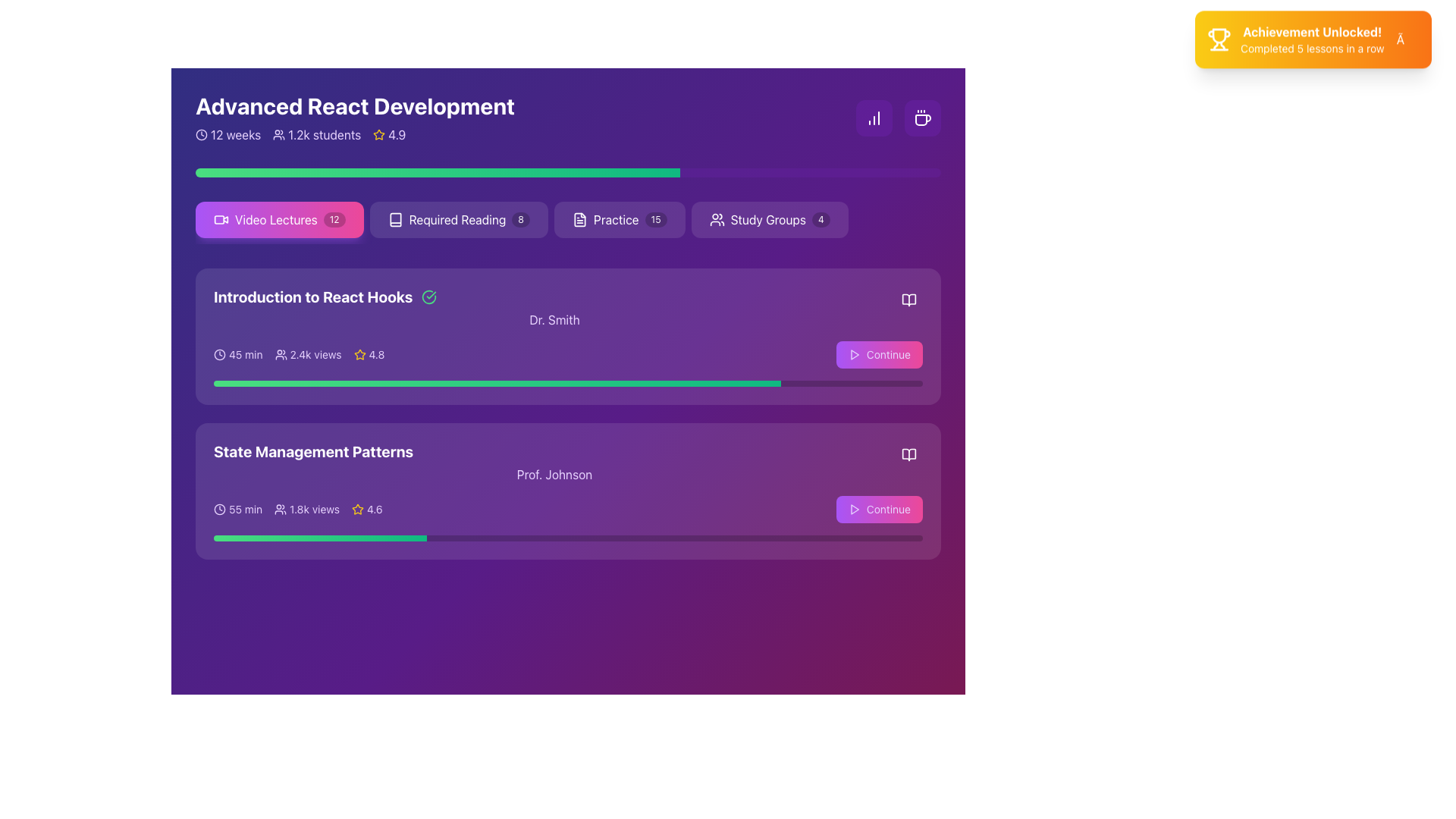 The width and height of the screenshot is (1456, 819). What do you see at coordinates (854, 354) in the screenshot?
I see `the play indicator SVG icon located in the bottom right corner of the 'Continue' button, positioned to the left of the text 'Continue'` at bounding box center [854, 354].